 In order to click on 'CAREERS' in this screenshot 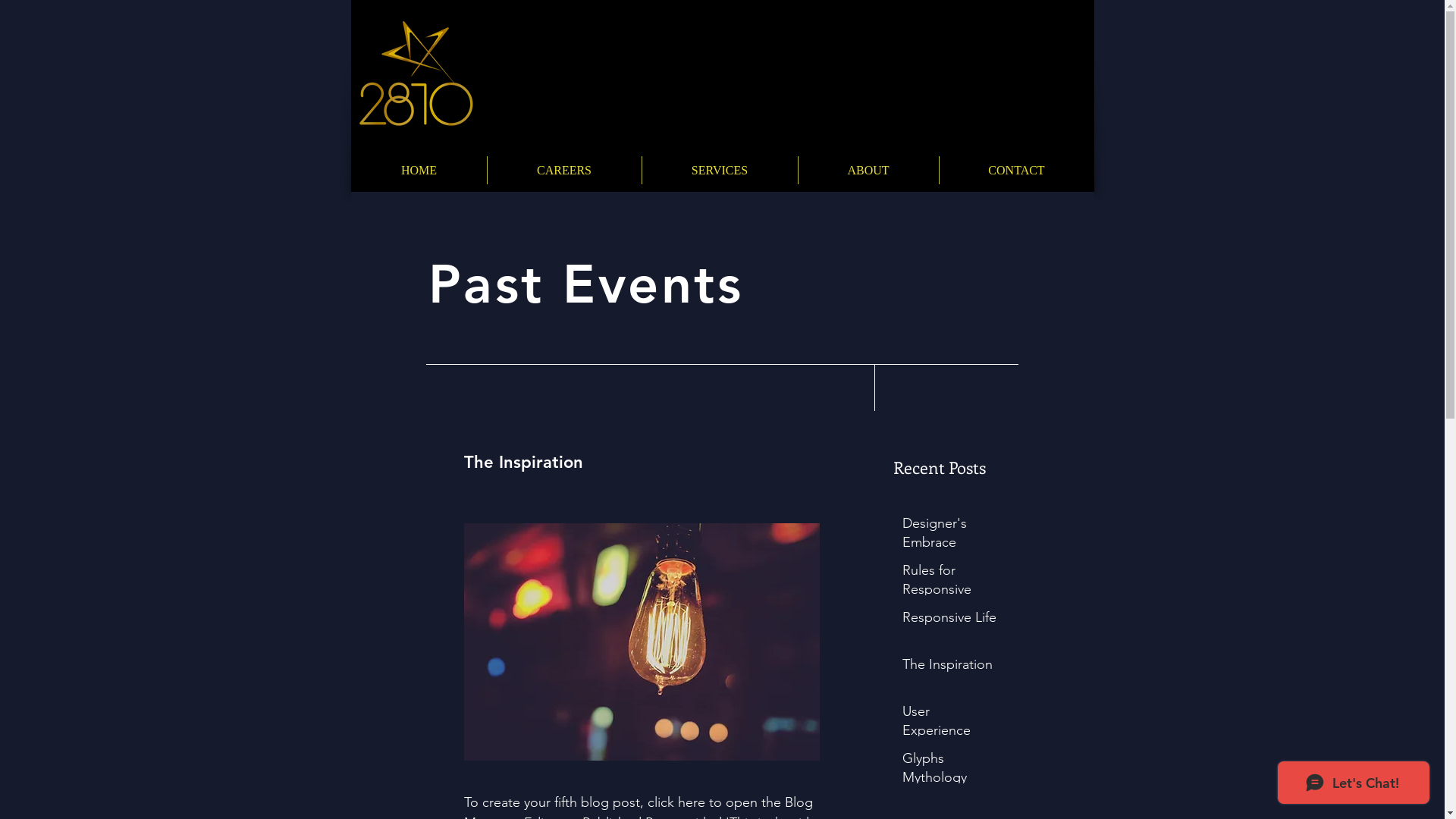, I will do `click(487, 170)`.